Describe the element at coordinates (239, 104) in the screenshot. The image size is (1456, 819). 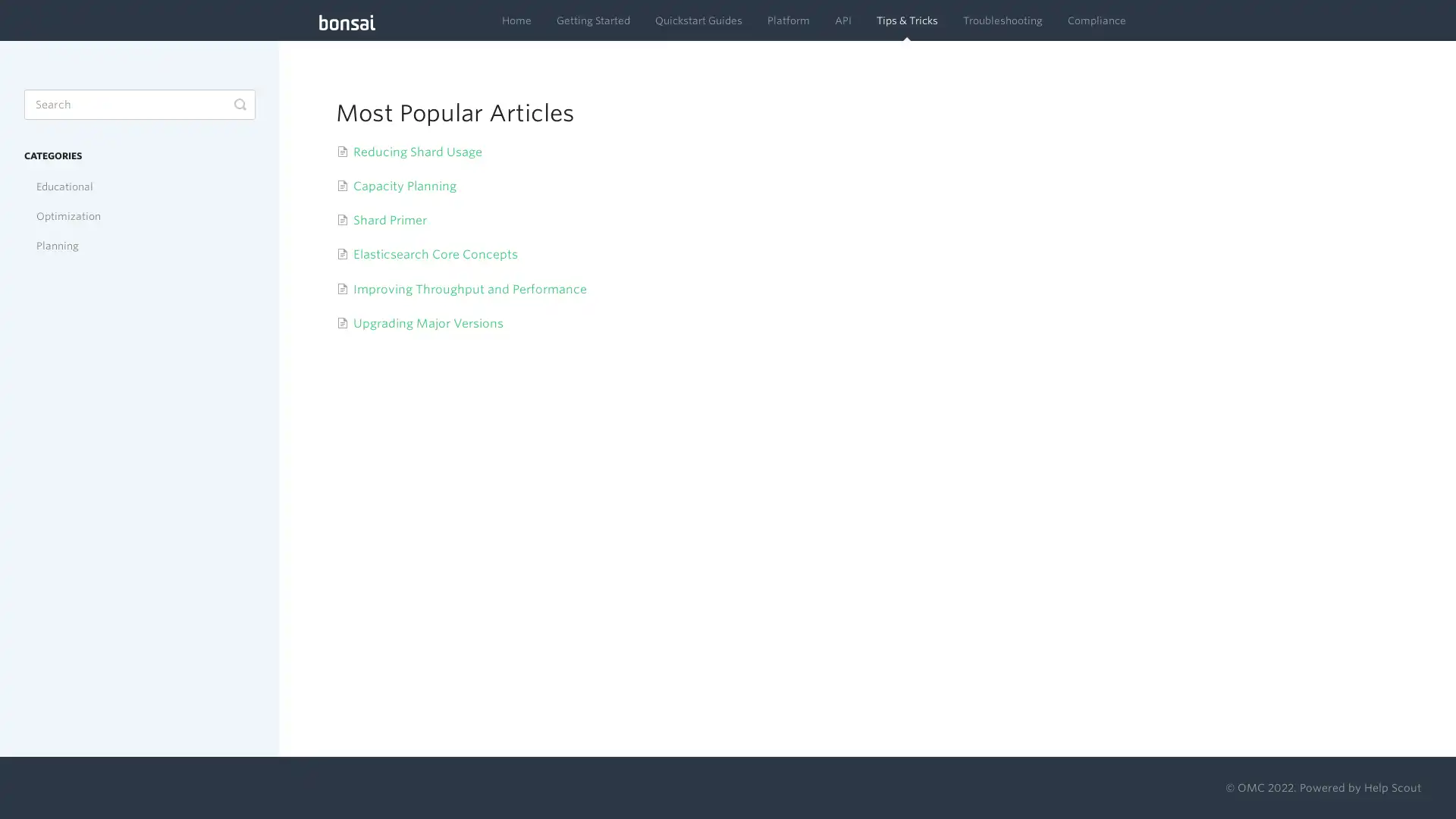
I see `Toggle Search` at that location.